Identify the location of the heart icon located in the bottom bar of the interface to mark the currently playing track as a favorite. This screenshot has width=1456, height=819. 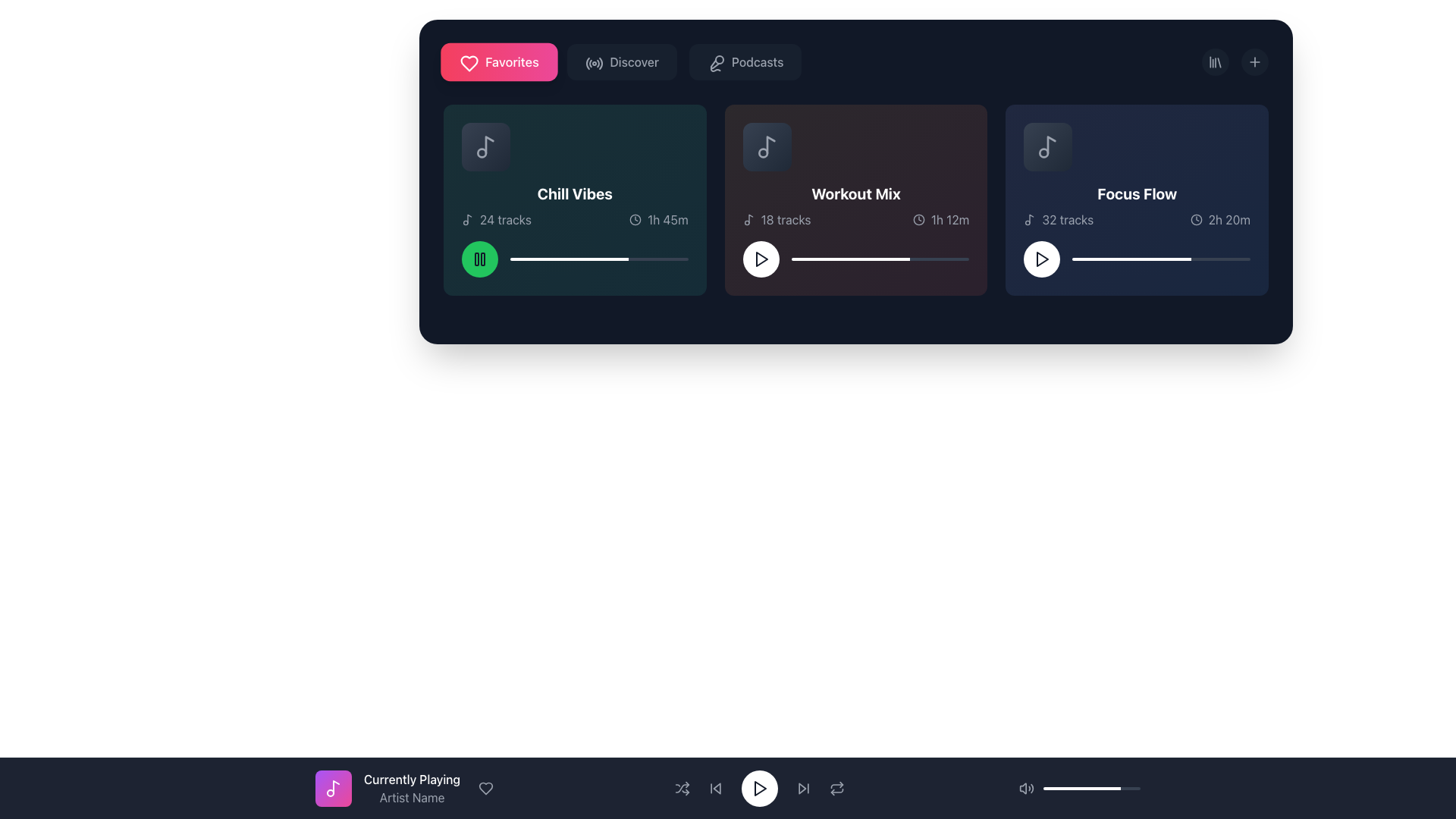
(486, 788).